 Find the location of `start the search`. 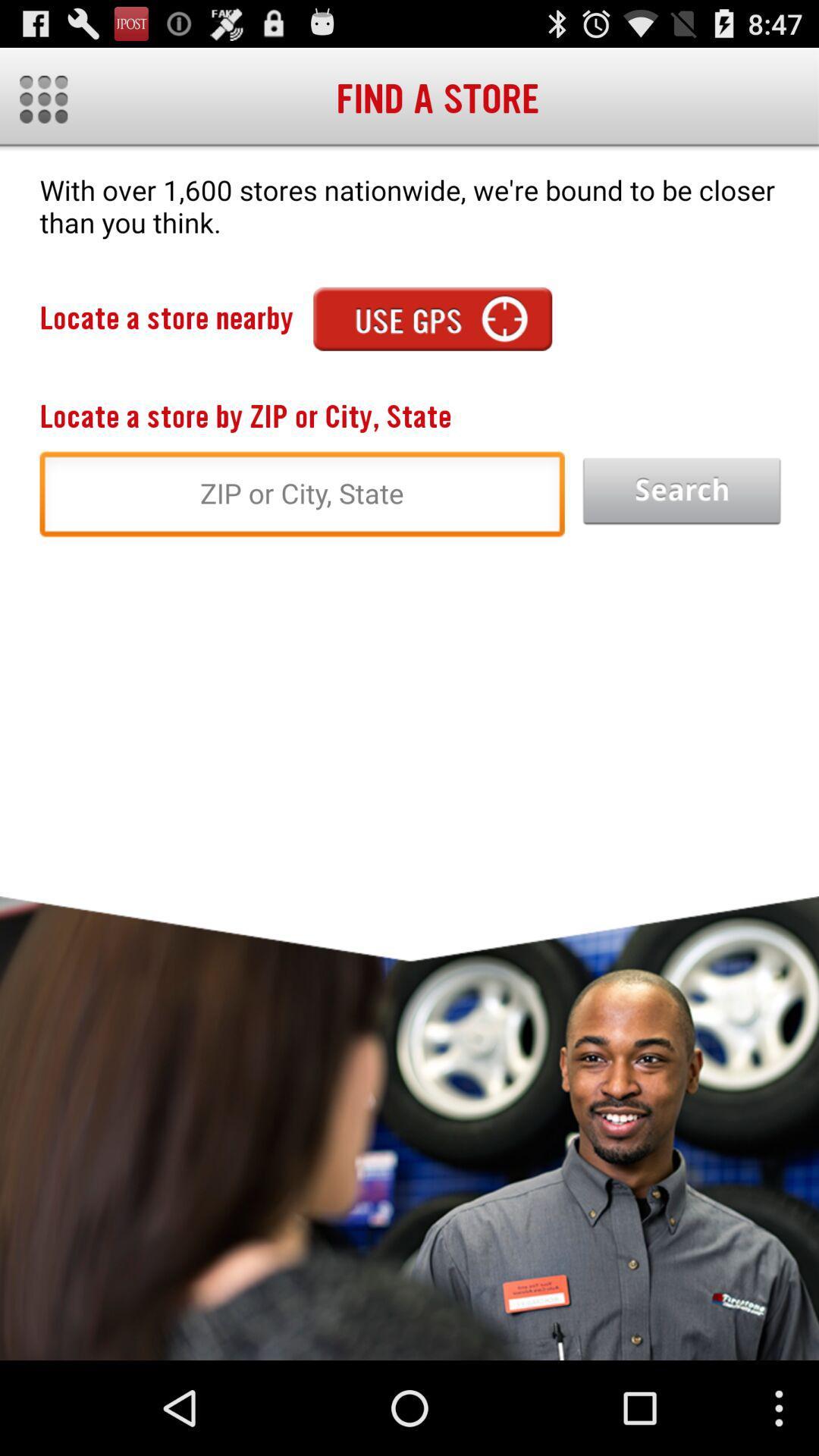

start the search is located at coordinates (681, 491).